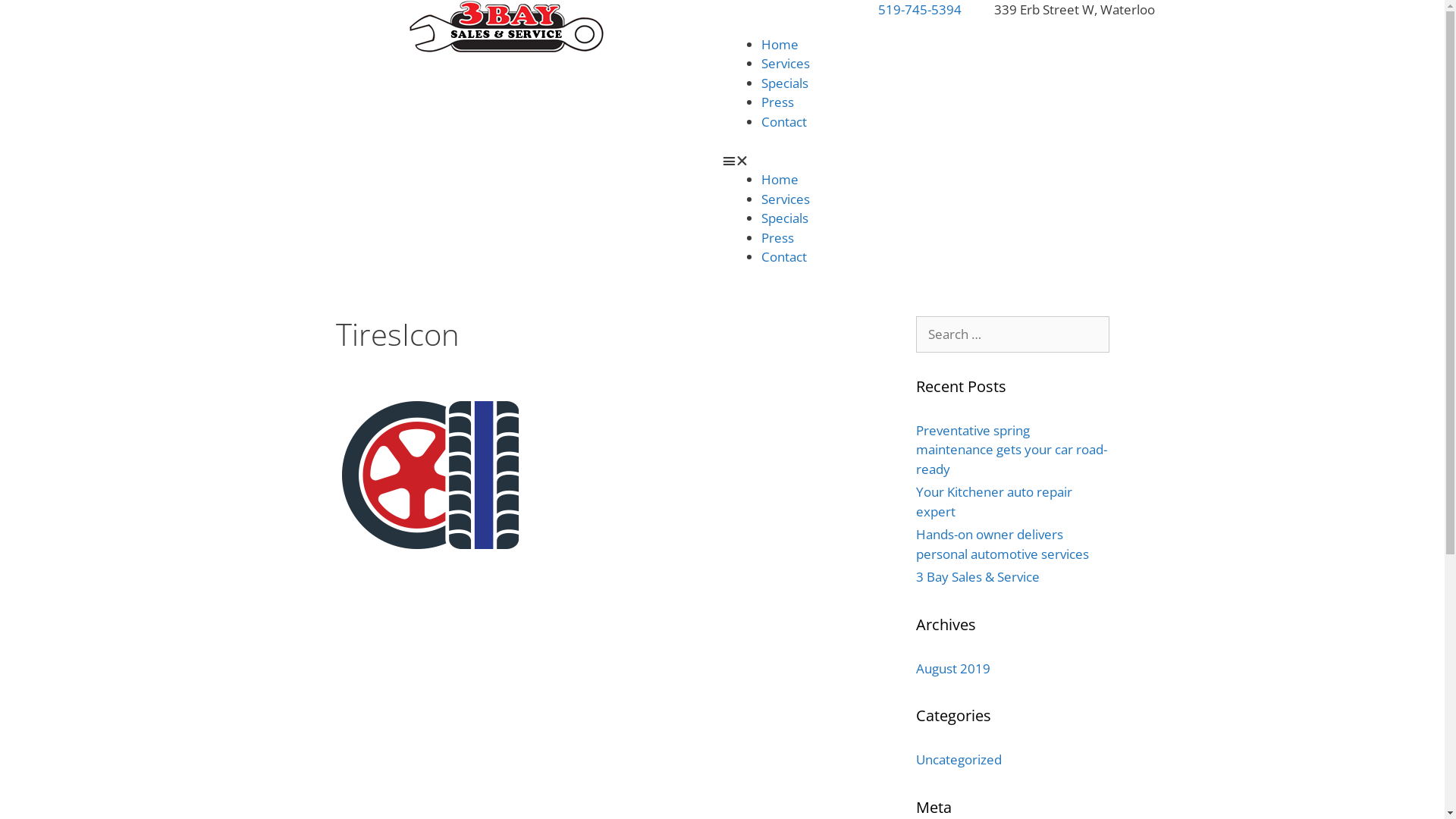 This screenshot has height=819, width=1456. What do you see at coordinates (993, 501) in the screenshot?
I see `'Your Kitchener auto repair expert'` at bounding box center [993, 501].